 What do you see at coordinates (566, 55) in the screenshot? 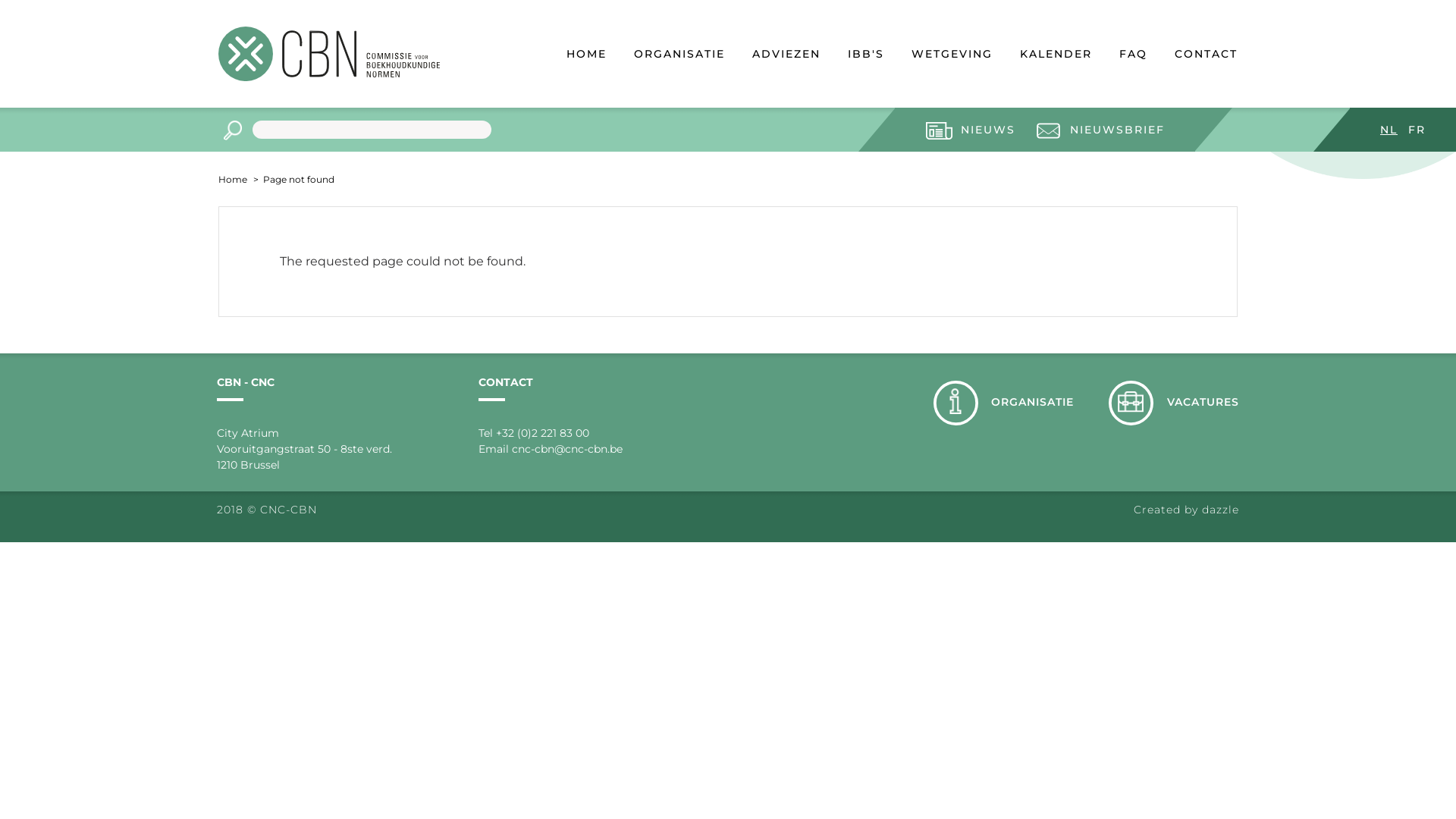
I see `'HOME'` at bounding box center [566, 55].